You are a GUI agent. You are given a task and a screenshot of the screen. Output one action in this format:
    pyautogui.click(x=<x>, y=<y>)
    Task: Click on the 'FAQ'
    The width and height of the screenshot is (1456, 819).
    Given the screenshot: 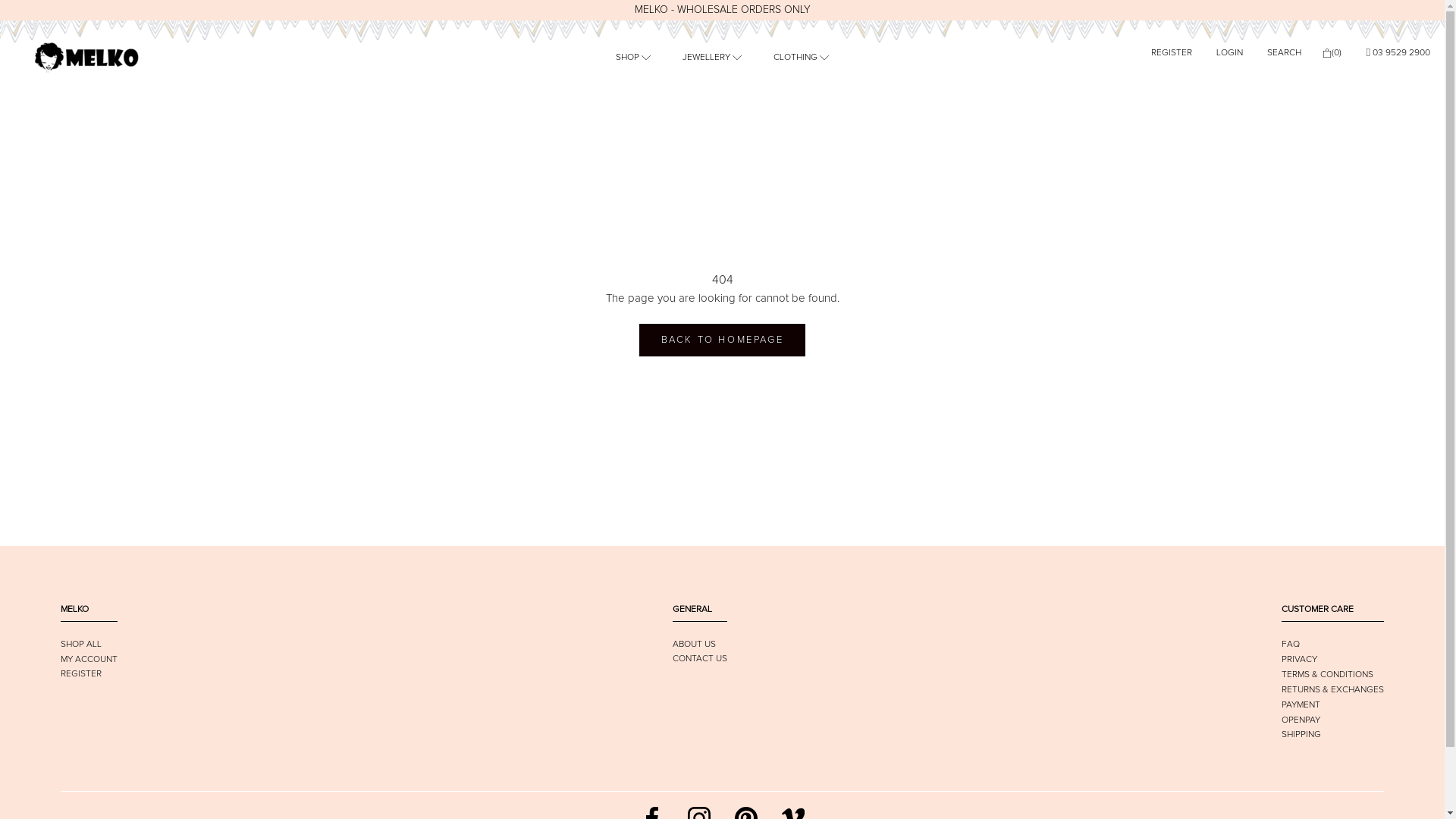 What is the action you would take?
    pyautogui.click(x=1290, y=644)
    